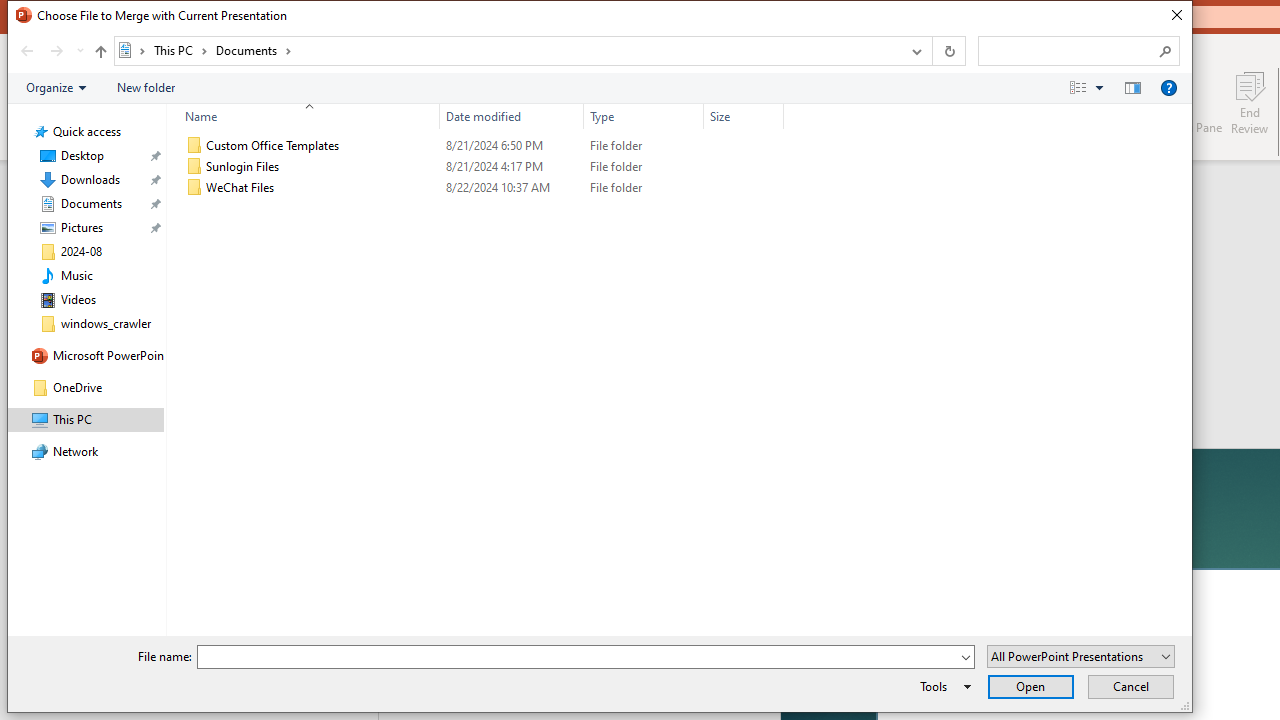 Image resolution: width=1280 pixels, height=720 pixels. What do you see at coordinates (100, 53) in the screenshot?
I see `'Up band toolbar'` at bounding box center [100, 53].